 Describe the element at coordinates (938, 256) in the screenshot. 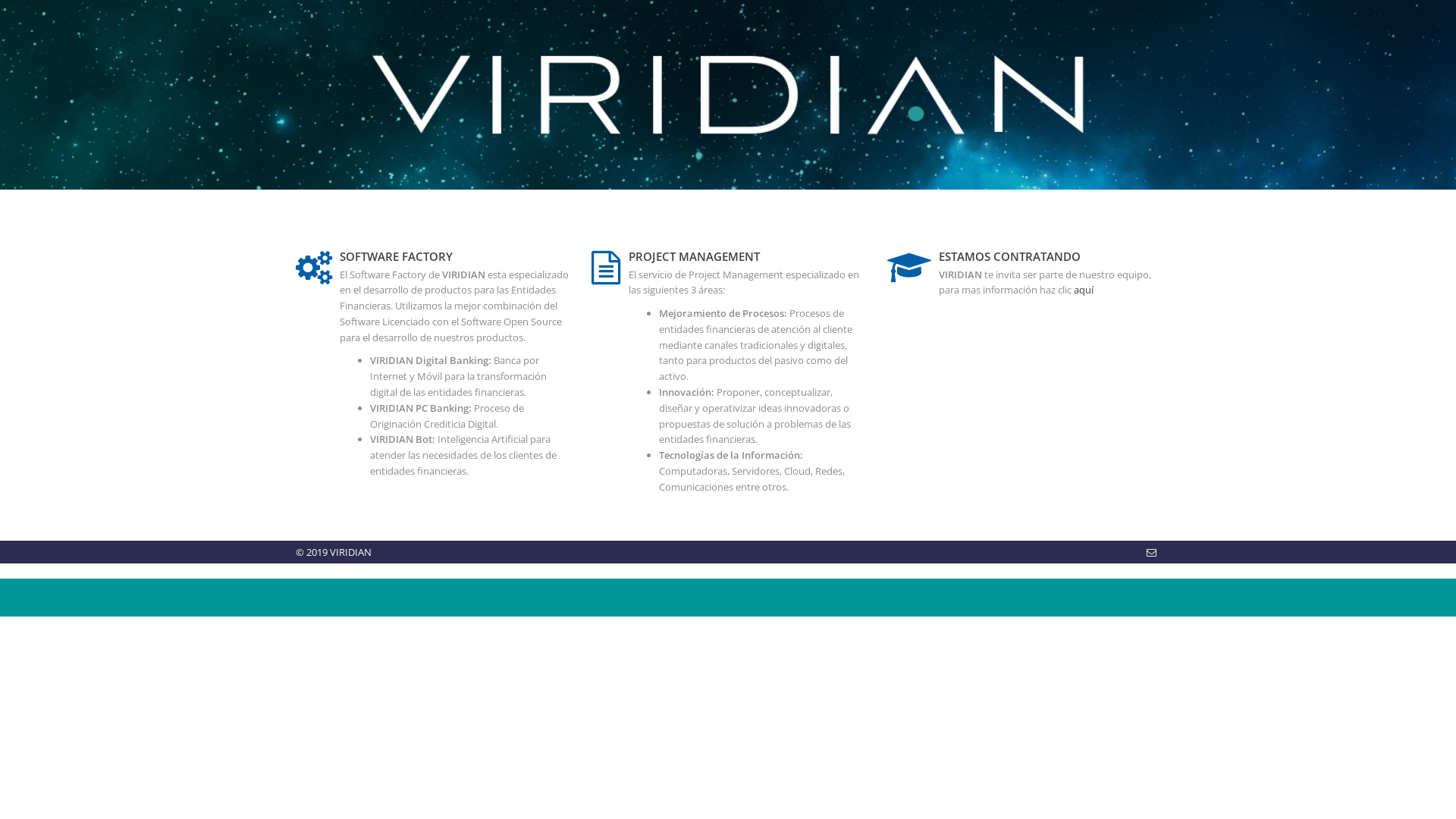

I see `'ESTAMOS CONTRATANDO'` at that location.